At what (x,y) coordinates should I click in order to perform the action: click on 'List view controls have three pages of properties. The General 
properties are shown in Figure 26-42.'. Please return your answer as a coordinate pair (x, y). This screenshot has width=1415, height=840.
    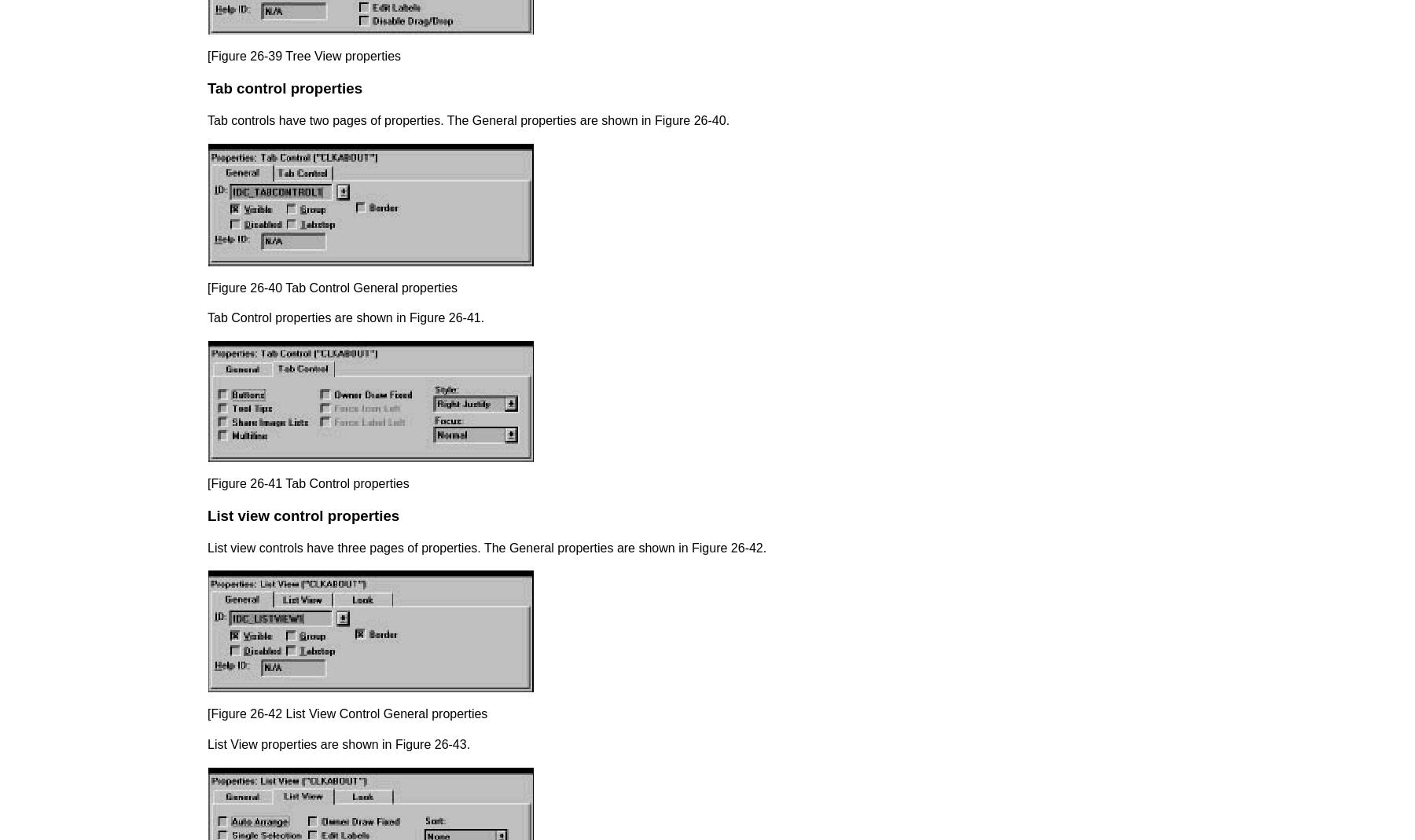
    Looking at the image, I should click on (487, 546).